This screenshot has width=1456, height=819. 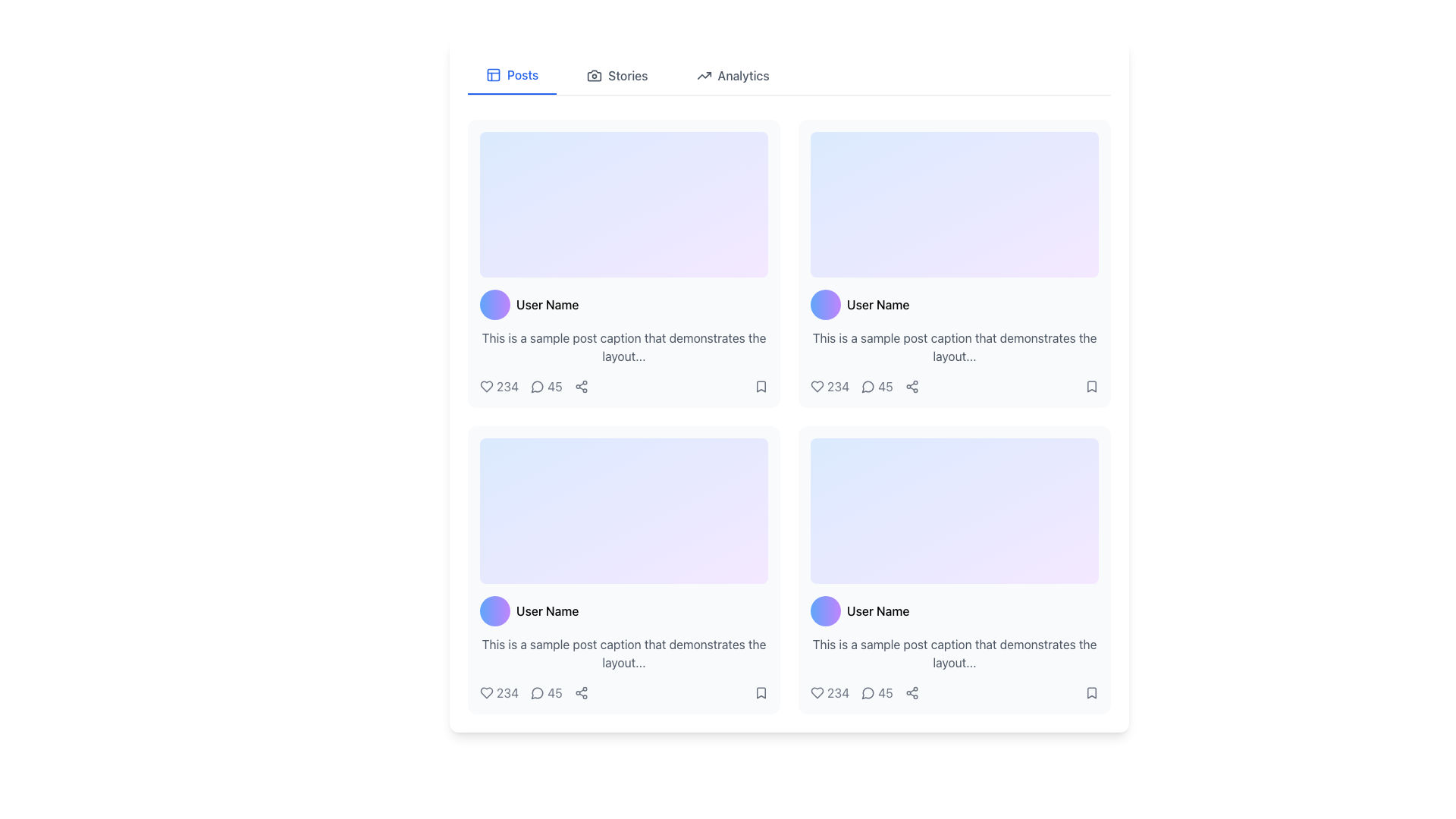 I want to click on the interactive button with a speech bubble icon and the number '45', so click(x=546, y=693).